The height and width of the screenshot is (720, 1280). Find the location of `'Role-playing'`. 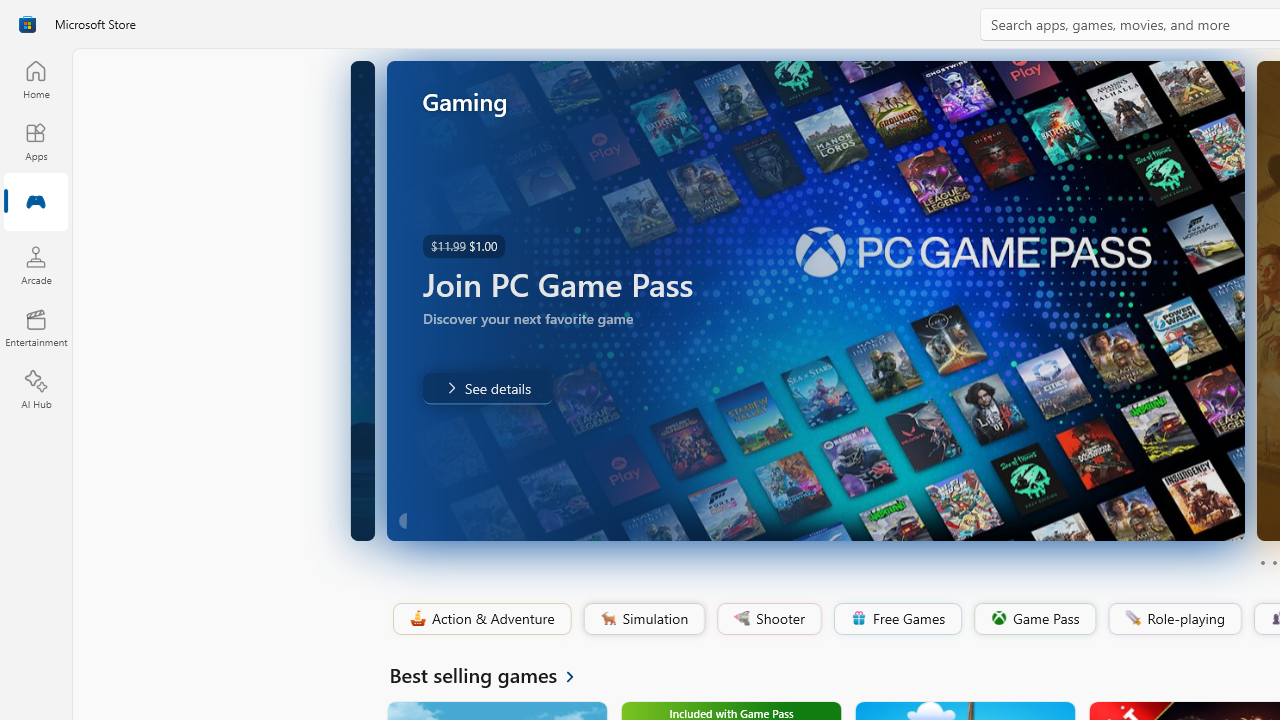

'Role-playing' is located at coordinates (1175, 618).